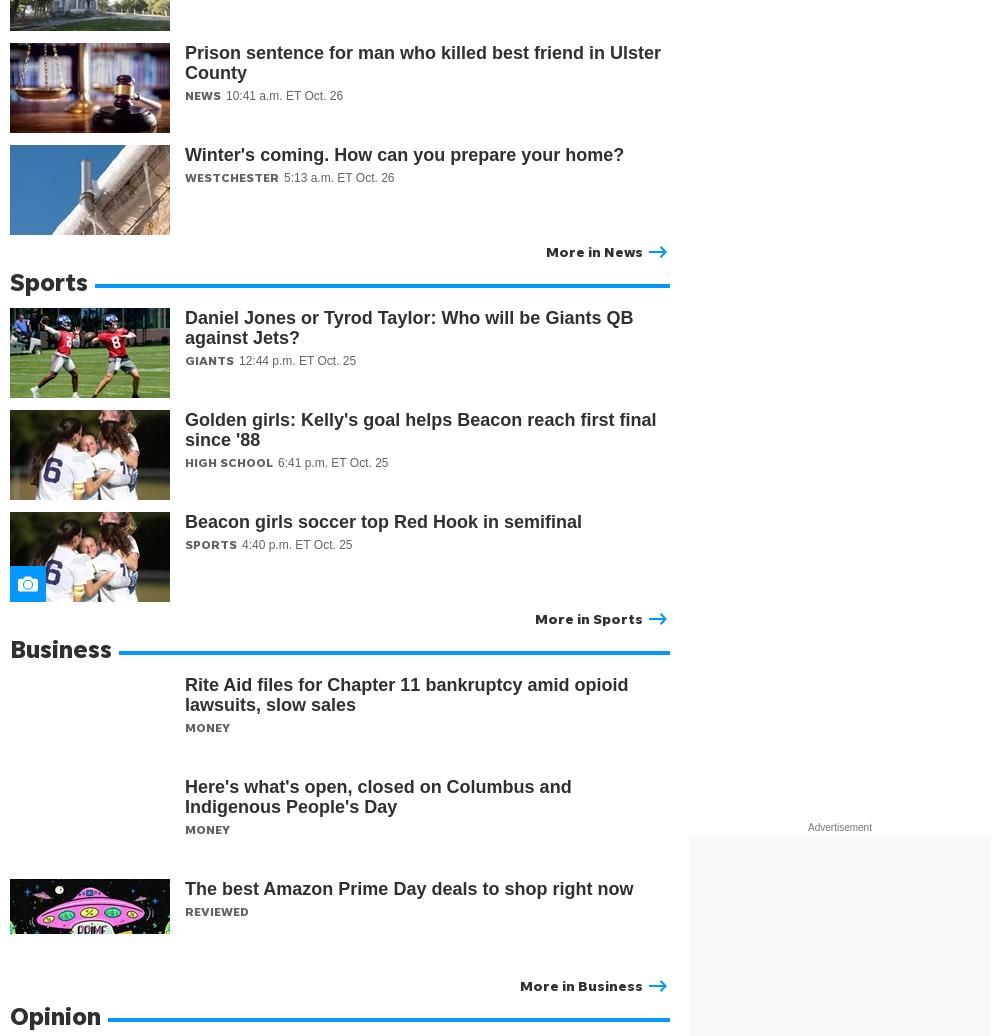 This screenshot has width=1000, height=1036. Describe the element at coordinates (420, 430) in the screenshot. I see `'Golden girls: Kelly's goal helps Beacon reach first final since '88'` at that location.